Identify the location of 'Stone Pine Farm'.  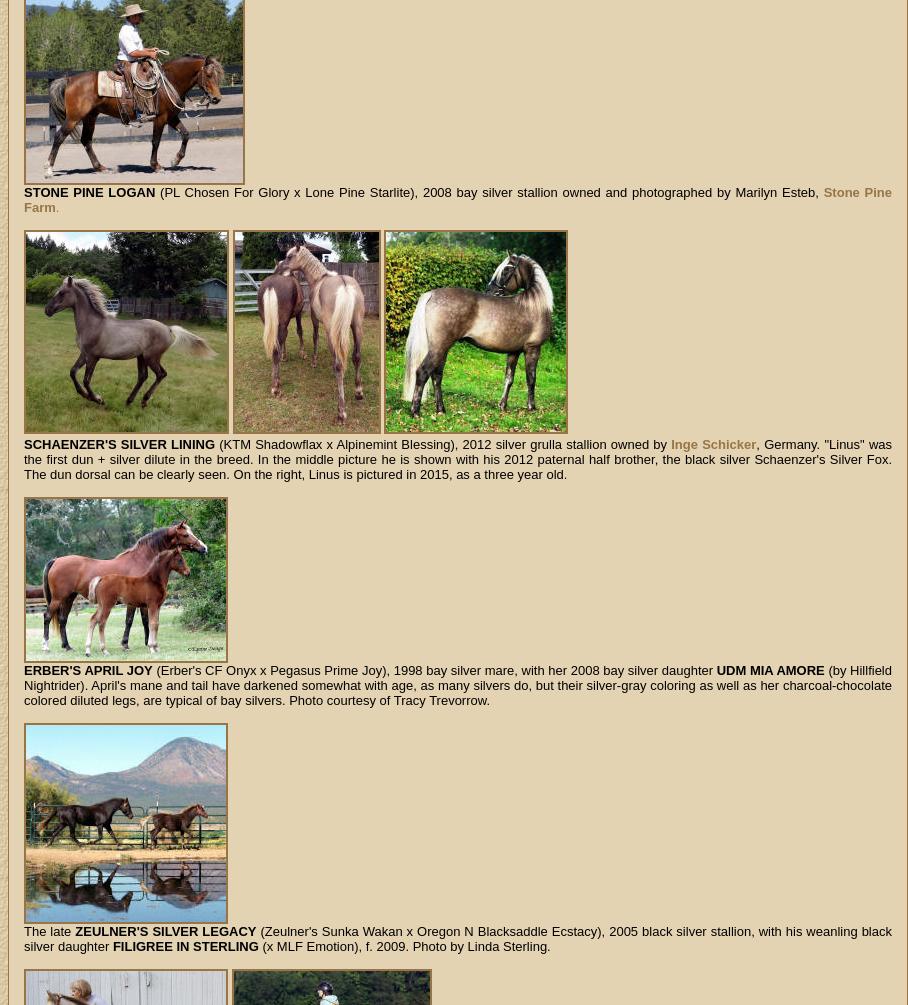
(456, 198).